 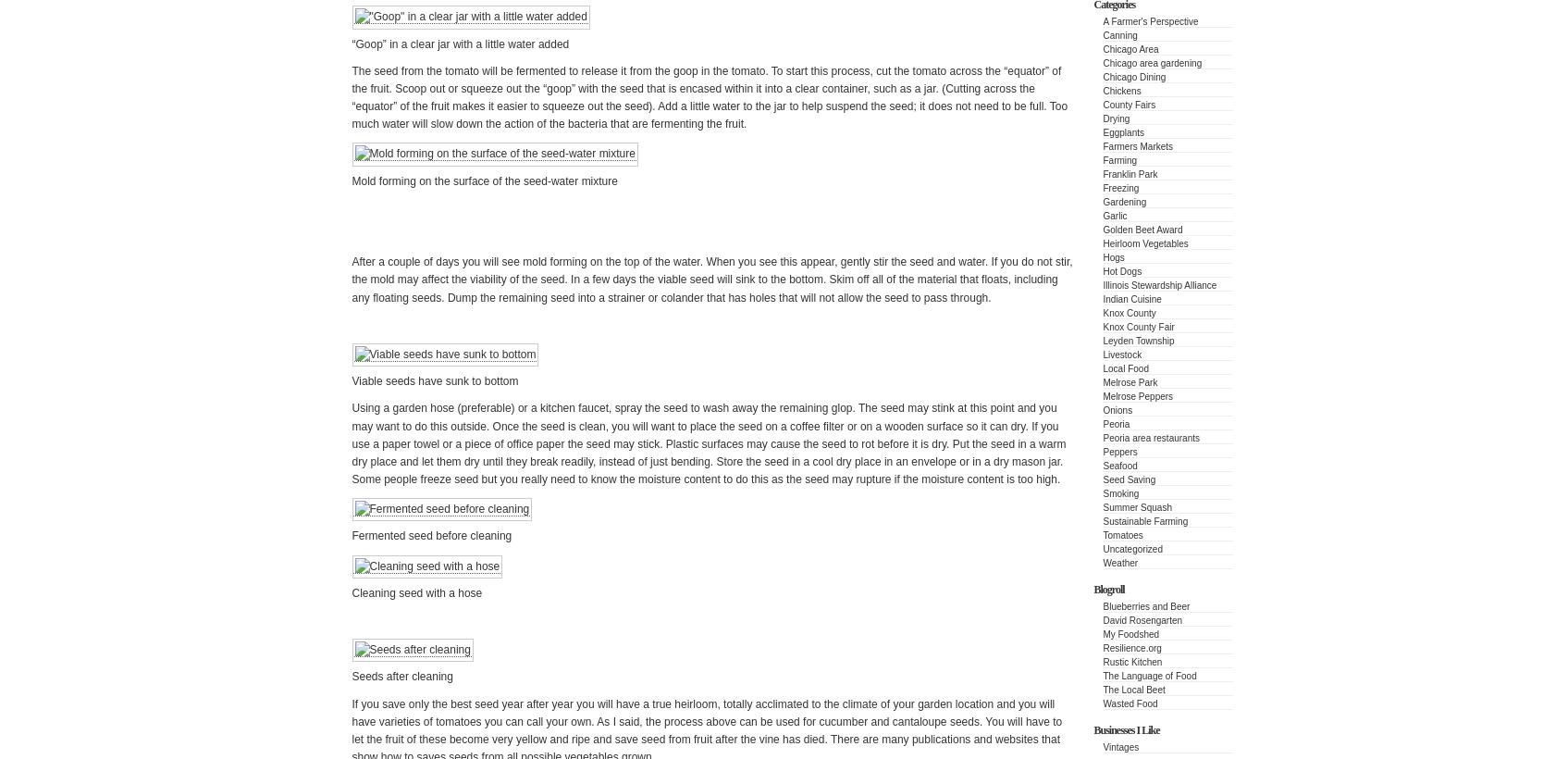 What do you see at coordinates (707, 443) in the screenshot?
I see `'Using a garden hose (preferable) or a kitchen faucet, spray the seed to wash away the remaining glop. The seed may stink at this point and you may want to do this outside. Once the seed is clean, you will want to place the seed on a coffee filter or on a wooden surface so it can dry. If you use a paper towel or a piece of office paper the seed may stick. Plastic surfaces may cause the seed to rot before it is dry. Put the seed in a warm dry place and let them dry until they break readily, instead of just bending. Store the seed in a cool dry place in an envelope or in a dry mason jar. Some people freeze seed but you really need to know the moisture content to do this as the seed may rupture if the moisture content is too high.'` at bounding box center [707, 443].